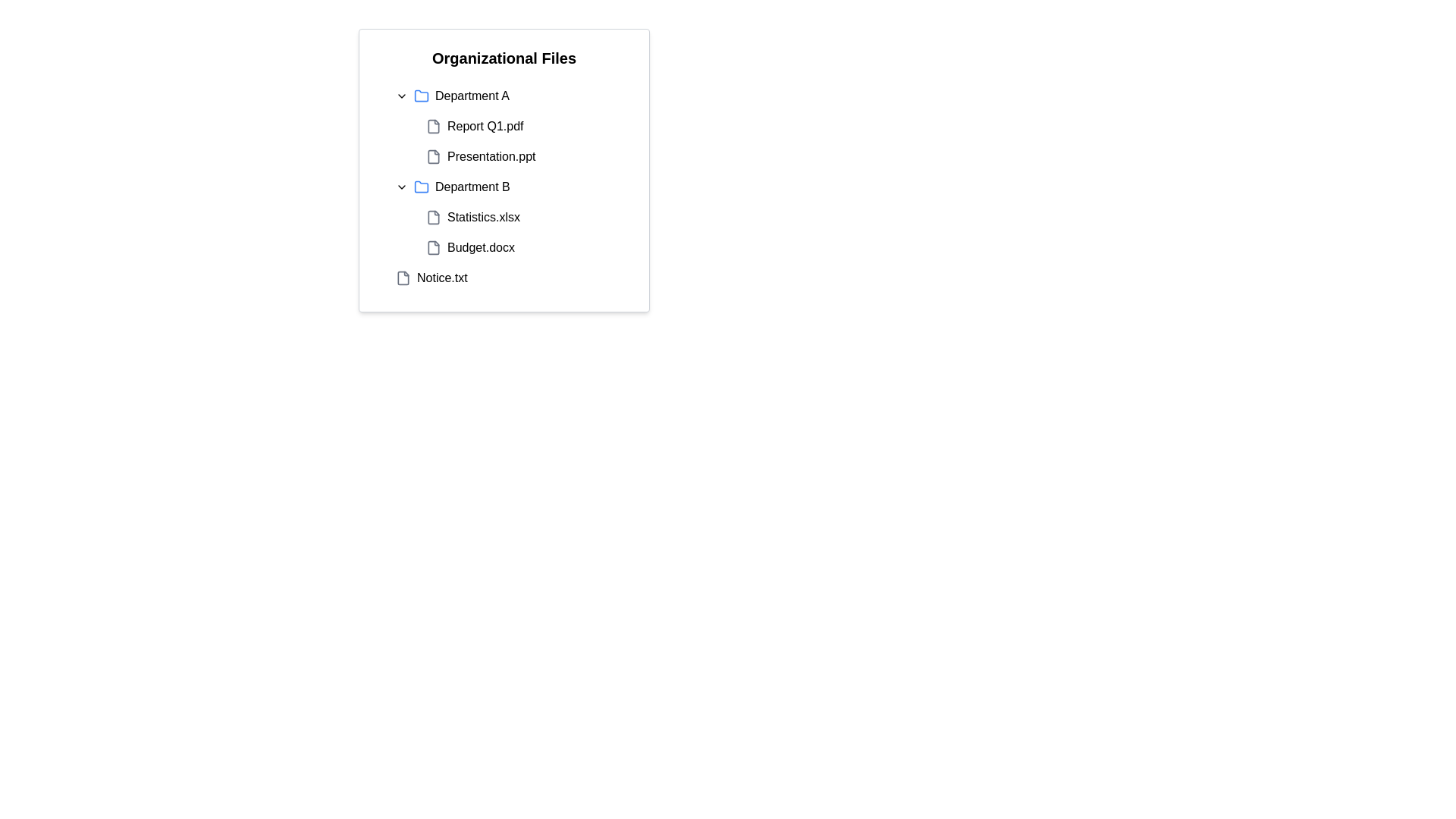  I want to click on the list item labeled 'Statistics.xlsx' in the file navigation layout to trigger hover effects, so click(519, 217).